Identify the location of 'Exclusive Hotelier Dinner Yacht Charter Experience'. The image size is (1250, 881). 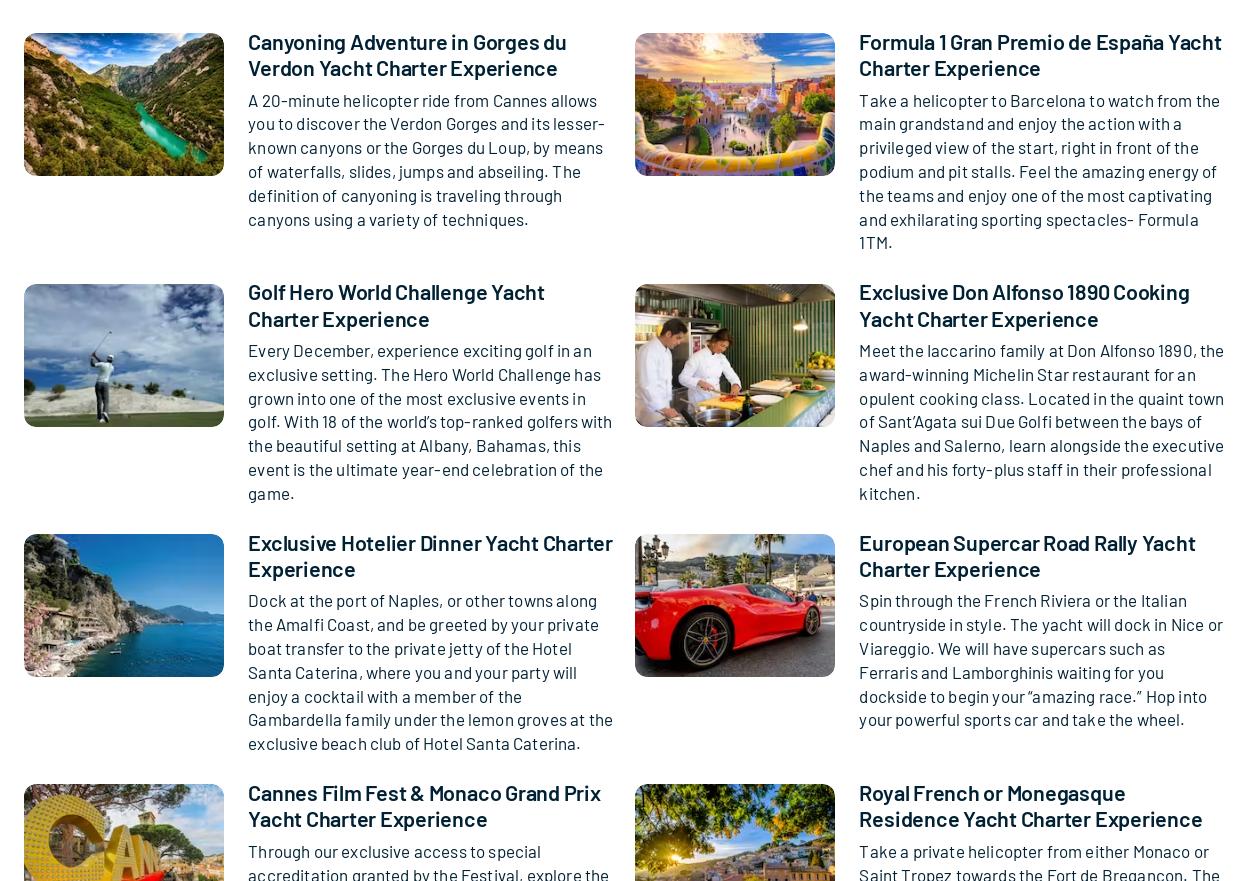
(429, 552).